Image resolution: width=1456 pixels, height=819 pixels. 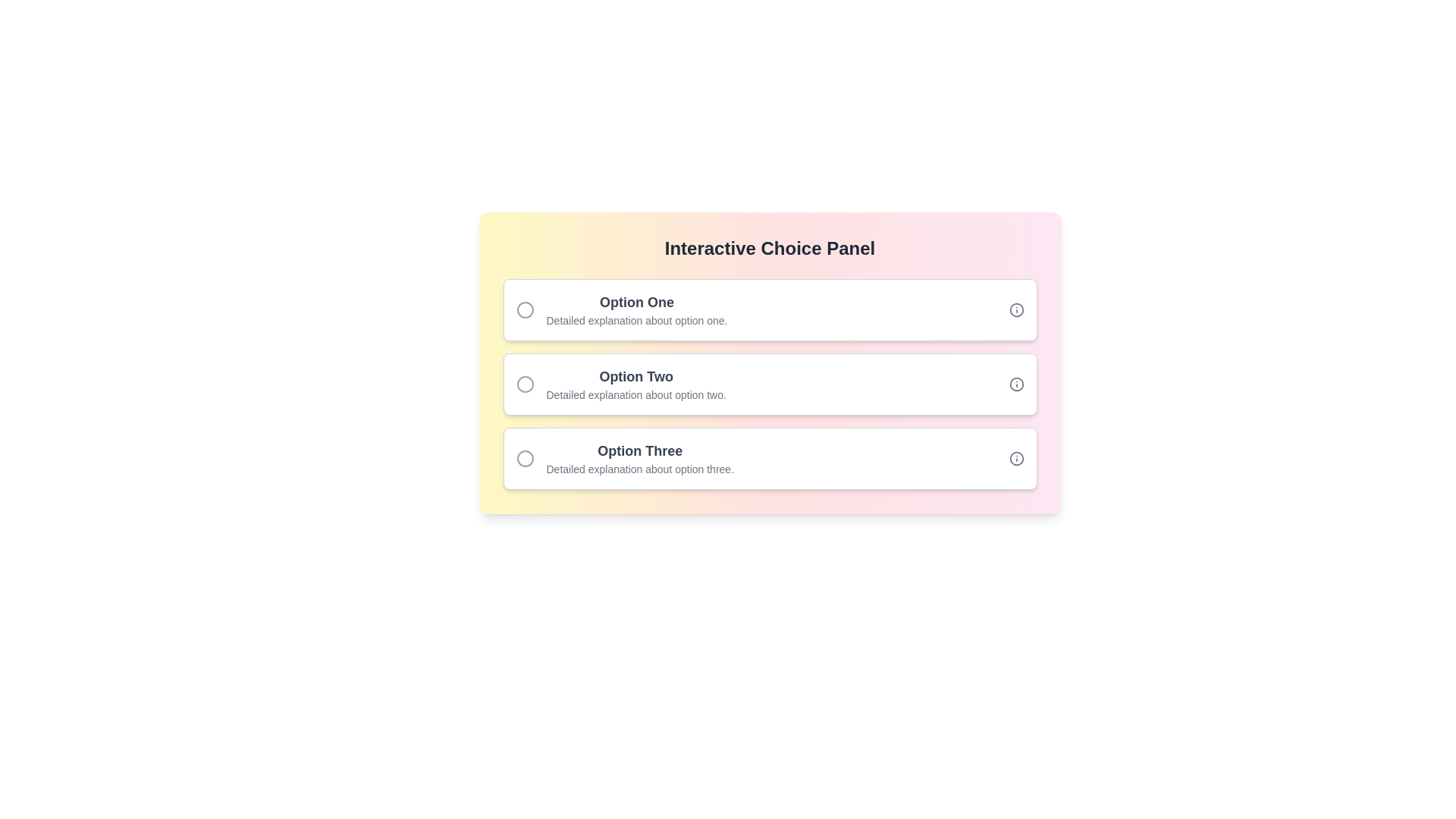 What do you see at coordinates (636, 394) in the screenshot?
I see `the static text display providing additional descriptive information for 'Option Two', which is the second subtext under the 'Option Two' heading` at bounding box center [636, 394].